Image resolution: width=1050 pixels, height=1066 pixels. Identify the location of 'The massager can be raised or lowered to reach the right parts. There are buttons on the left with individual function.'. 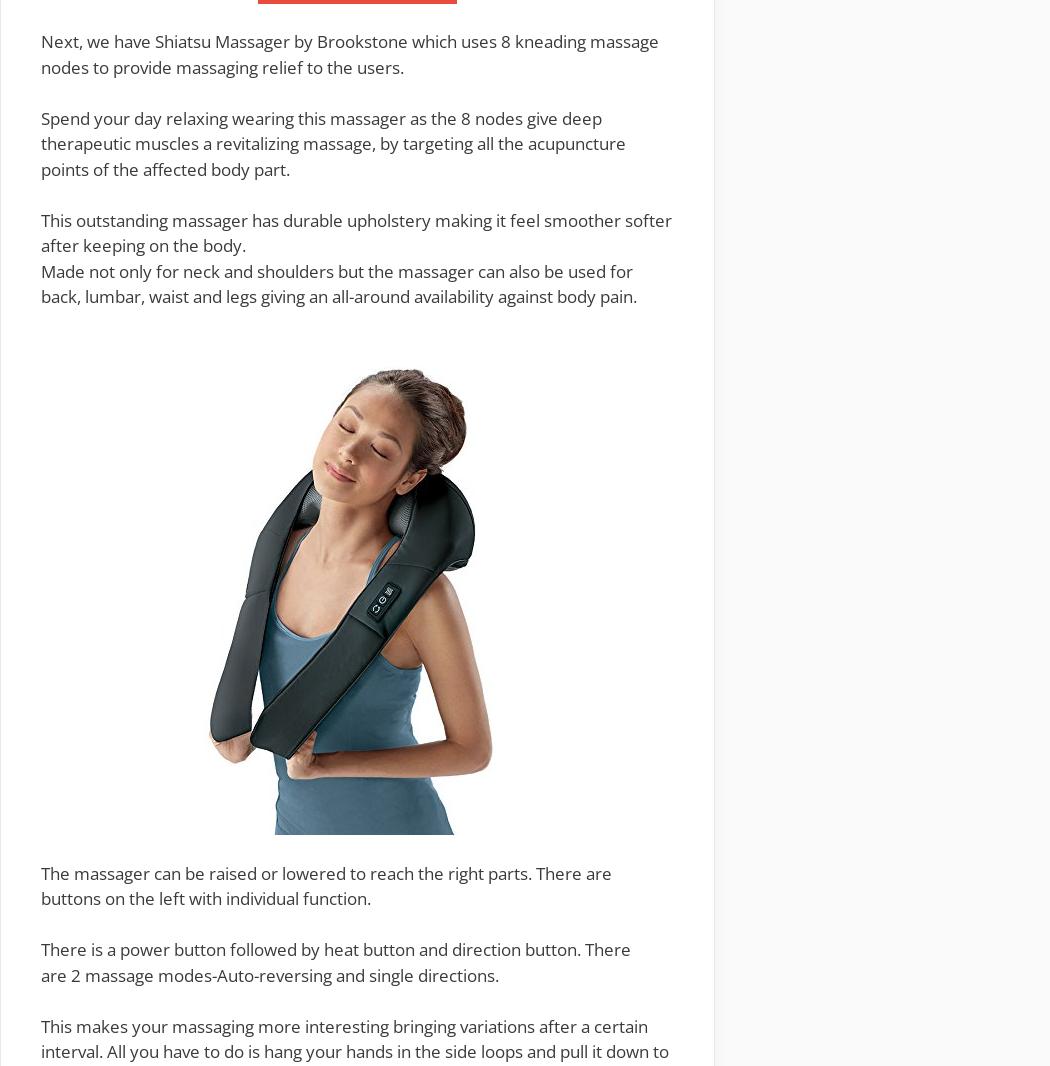
(326, 885).